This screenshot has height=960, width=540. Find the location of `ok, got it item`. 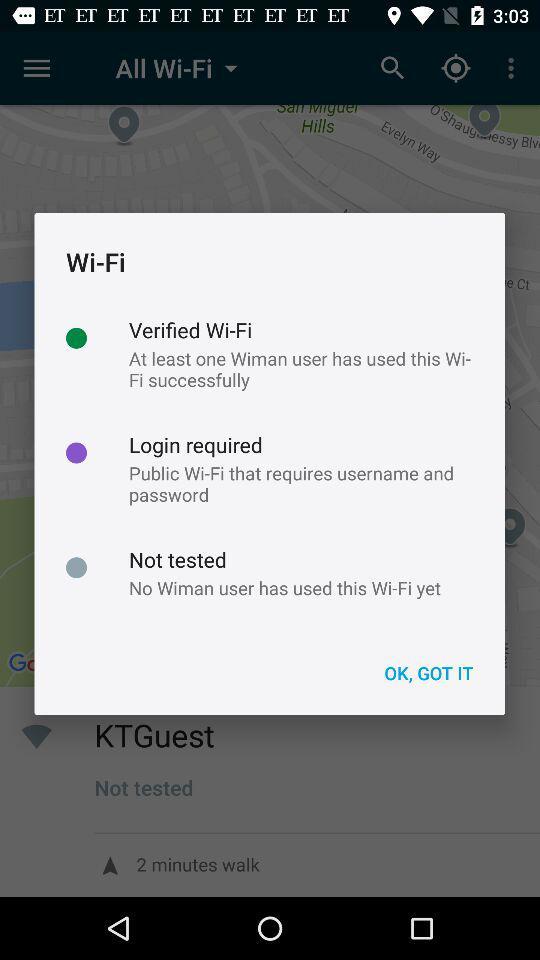

ok, got it item is located at coordinates (427, 673).